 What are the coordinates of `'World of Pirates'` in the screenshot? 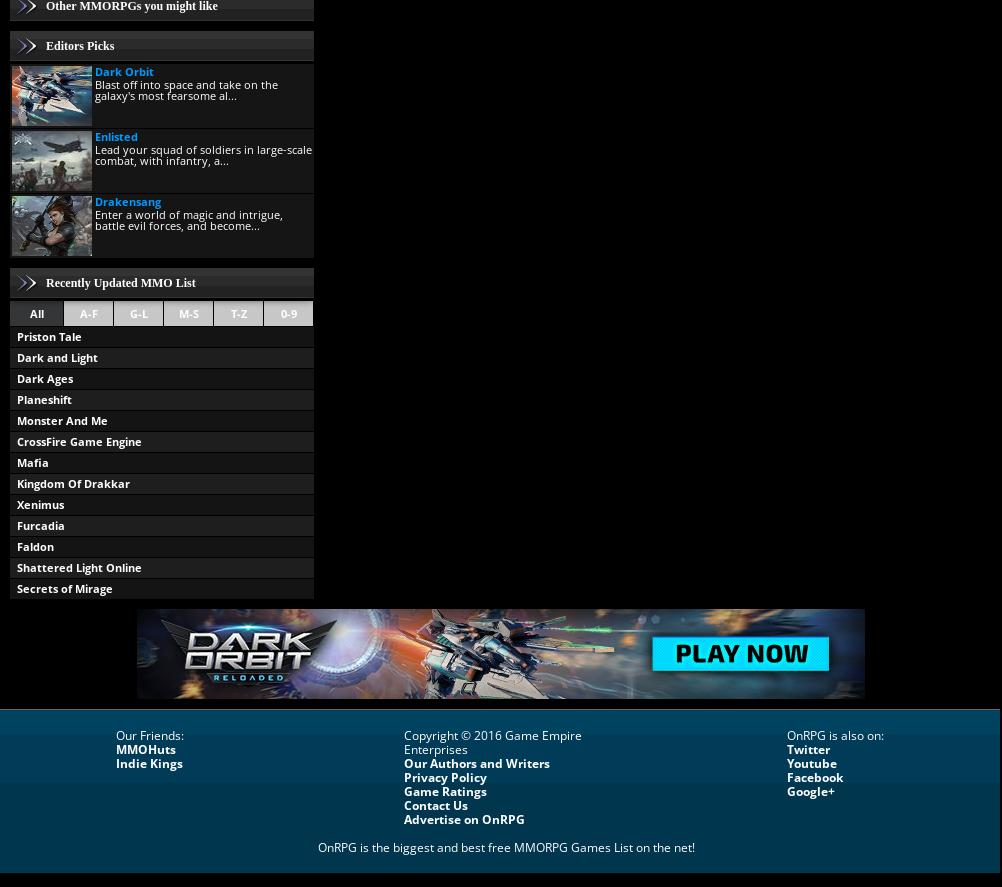 It's located at (17, 608).